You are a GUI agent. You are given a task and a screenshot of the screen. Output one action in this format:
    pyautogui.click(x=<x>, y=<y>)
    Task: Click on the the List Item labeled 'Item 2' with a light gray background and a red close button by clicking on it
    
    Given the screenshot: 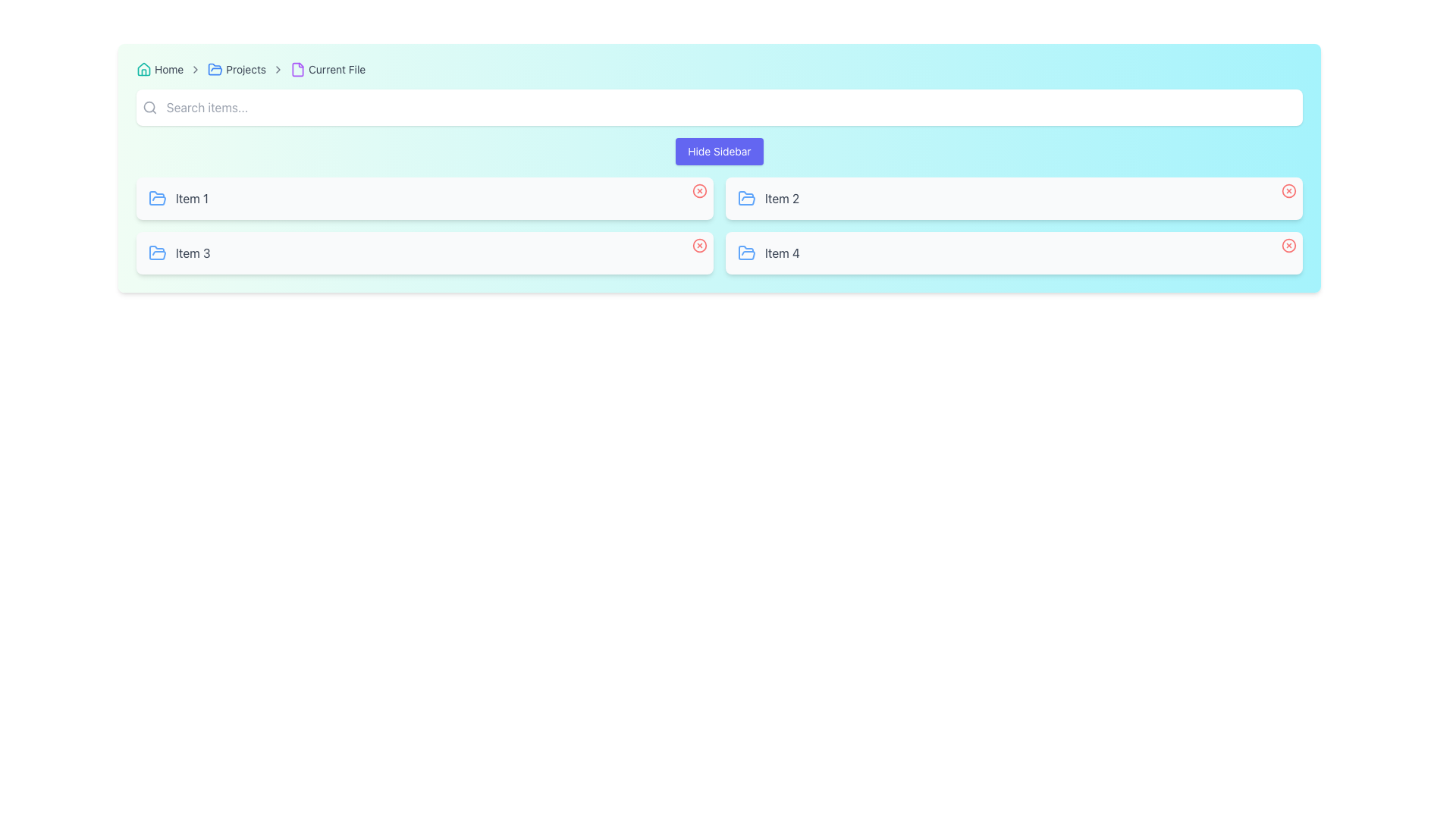 What is the action you would take?
    pyautogui.click(x=1014, y=198)
    